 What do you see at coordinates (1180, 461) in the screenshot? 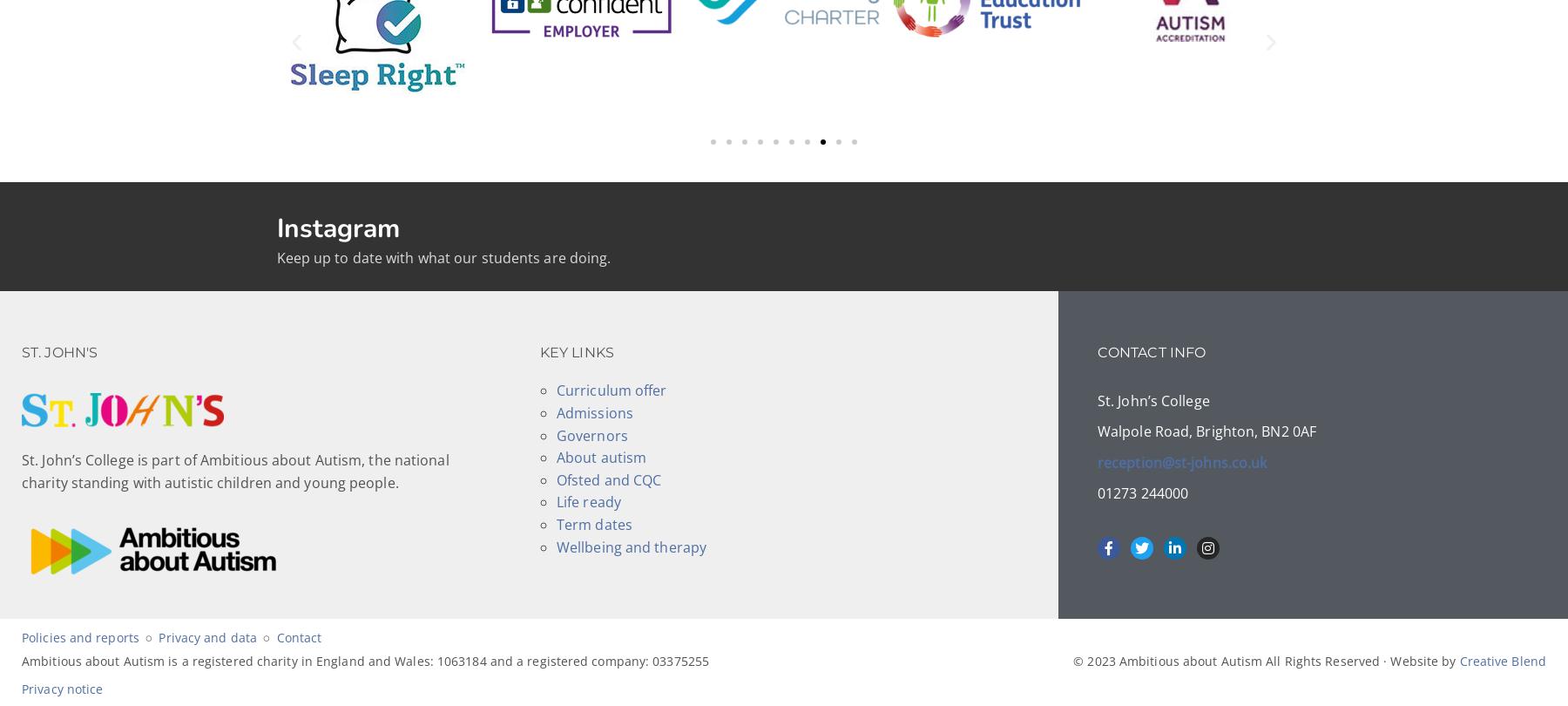
I see `'reception@st-johns.co.uk'` at bounding box center [1180, 461].